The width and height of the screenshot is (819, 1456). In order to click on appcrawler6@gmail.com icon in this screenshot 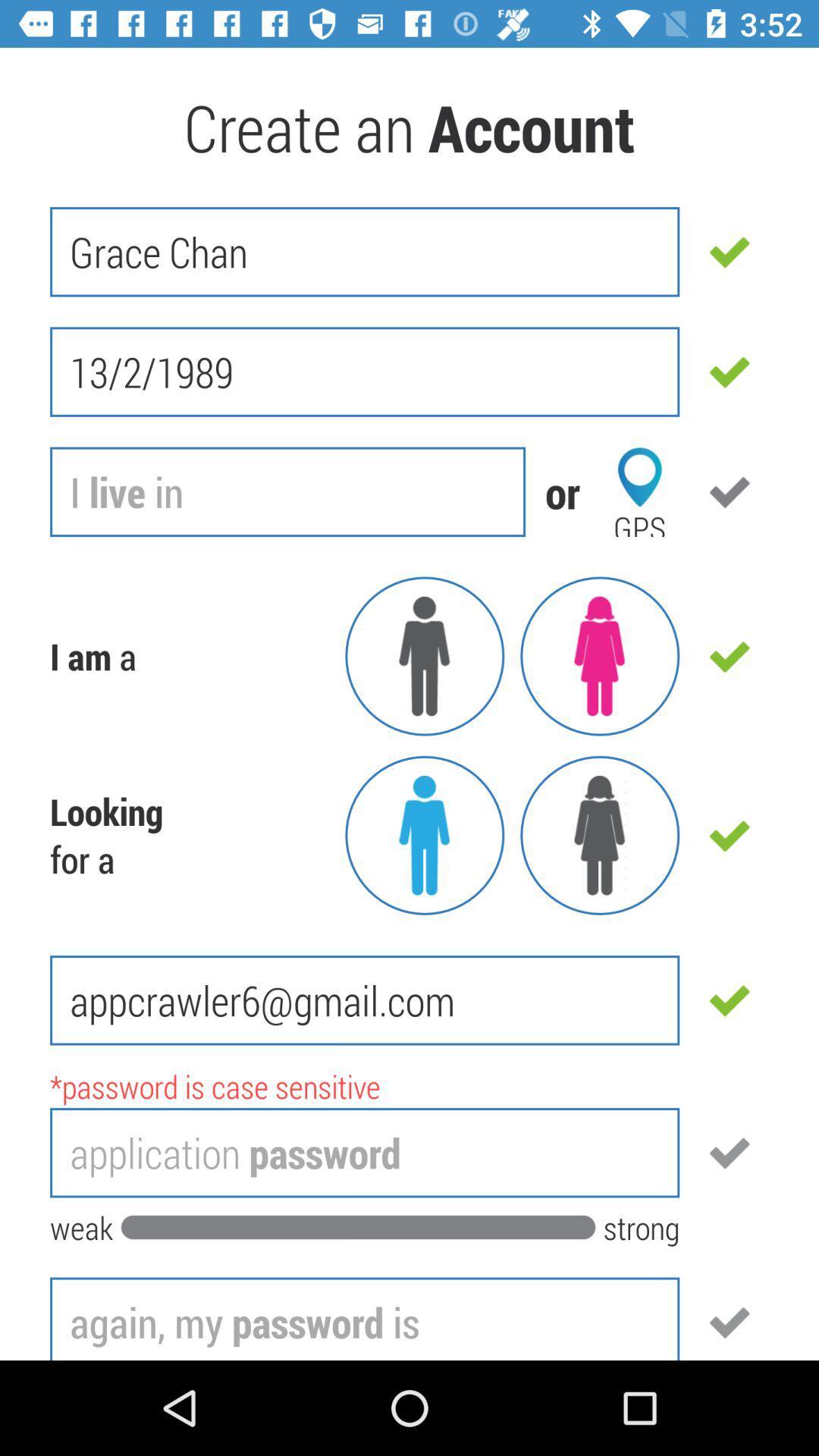, I will do `click(365, 1000)`.